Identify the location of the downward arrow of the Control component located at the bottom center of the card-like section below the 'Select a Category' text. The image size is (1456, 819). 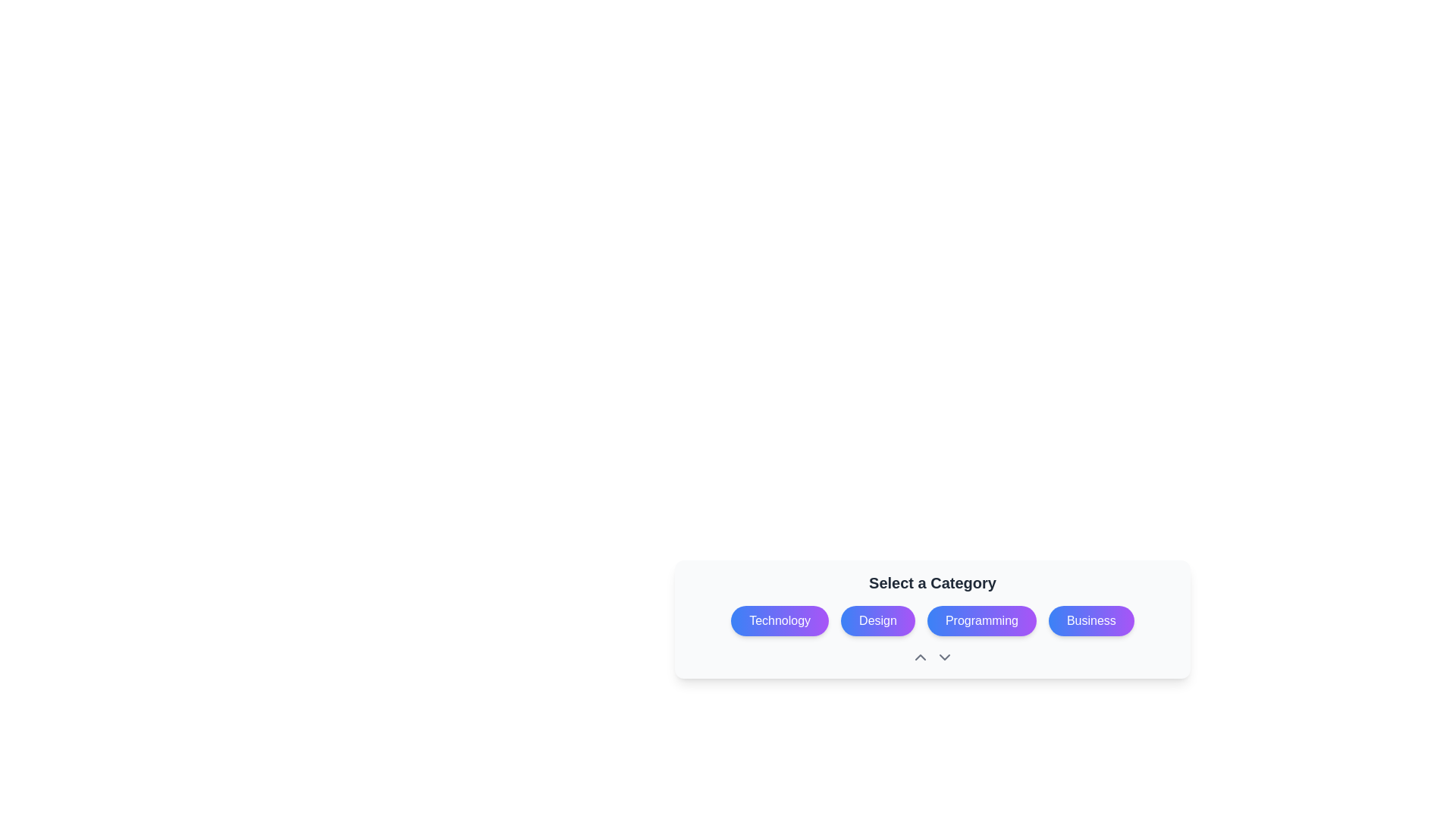
(931, 657).